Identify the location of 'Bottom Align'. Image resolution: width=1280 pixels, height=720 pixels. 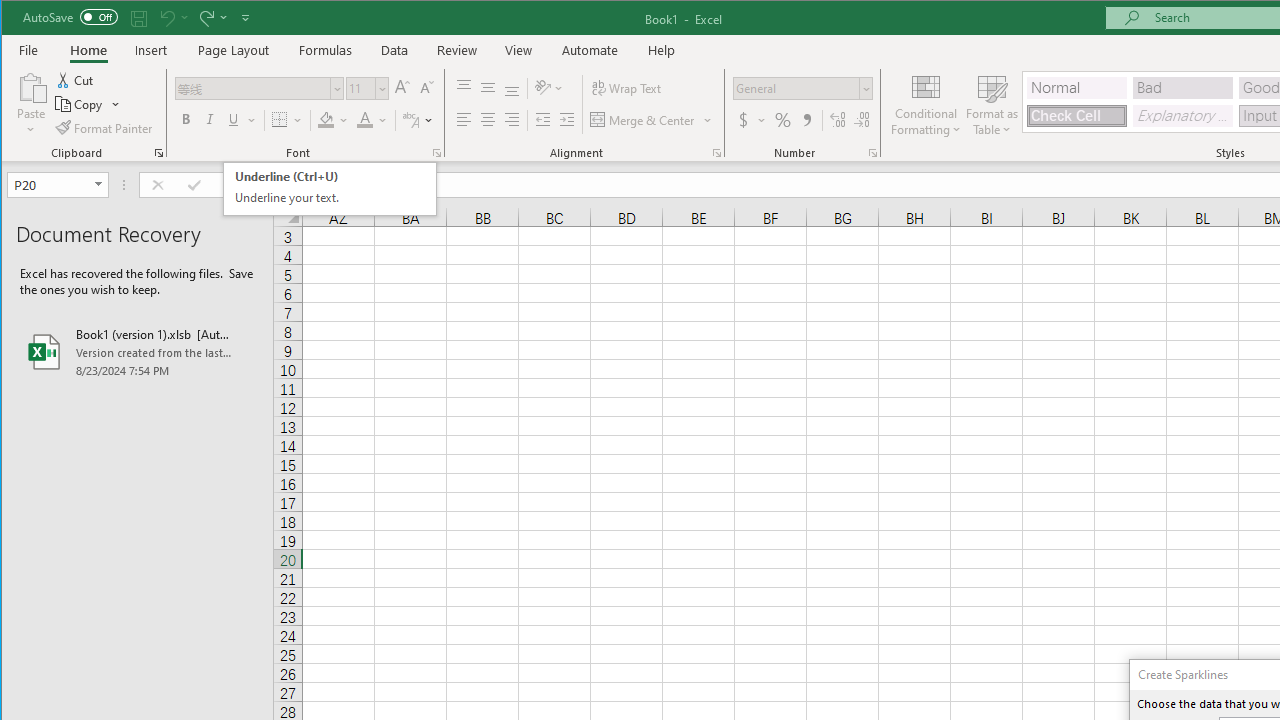
(512, 87).